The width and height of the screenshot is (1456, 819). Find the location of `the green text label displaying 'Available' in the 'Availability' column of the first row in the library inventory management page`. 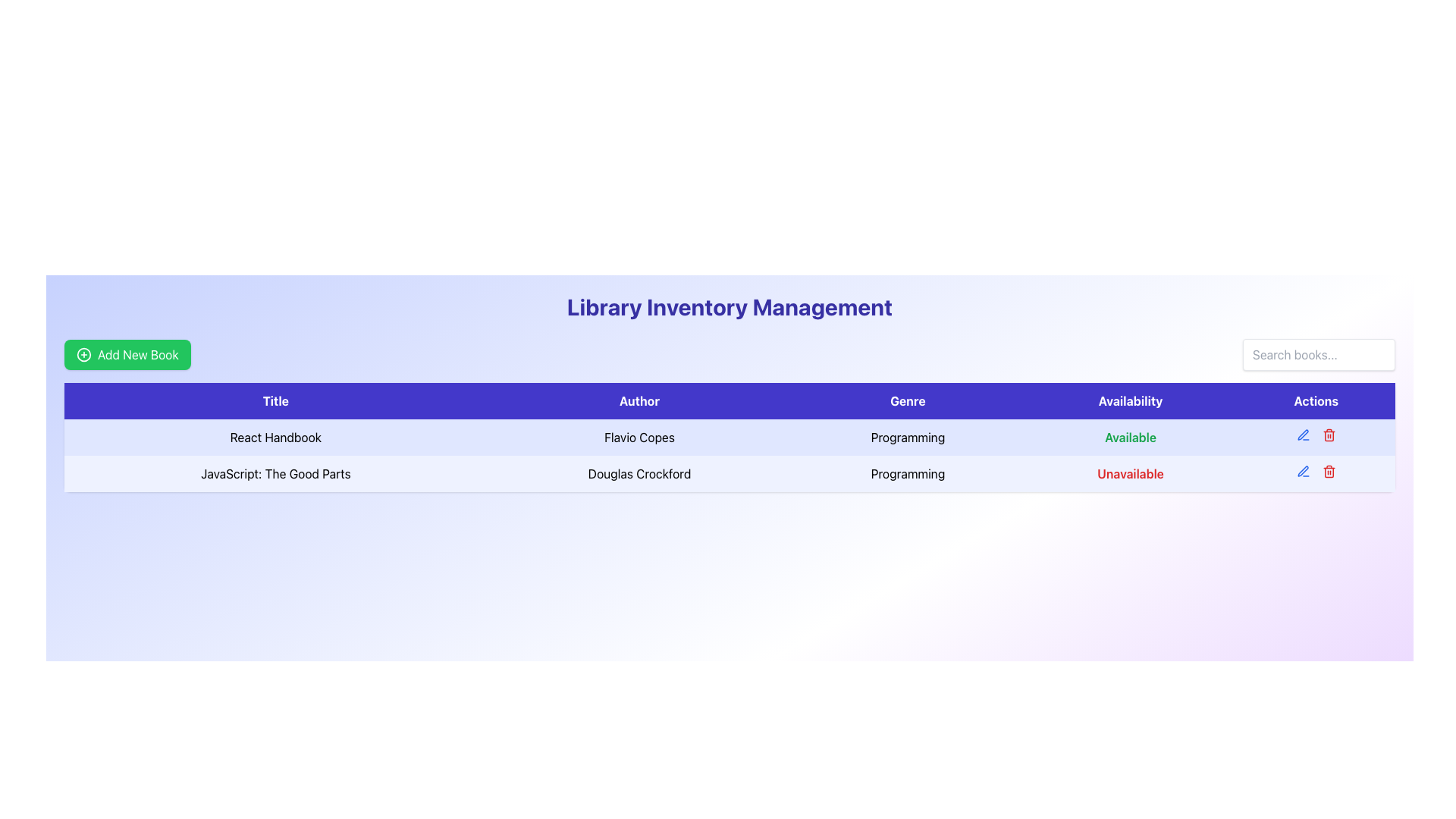

the green text label displaying 'Available' in the 'Availability' column of the first row in the library inventory management page is located at coordinates (1131, 438).